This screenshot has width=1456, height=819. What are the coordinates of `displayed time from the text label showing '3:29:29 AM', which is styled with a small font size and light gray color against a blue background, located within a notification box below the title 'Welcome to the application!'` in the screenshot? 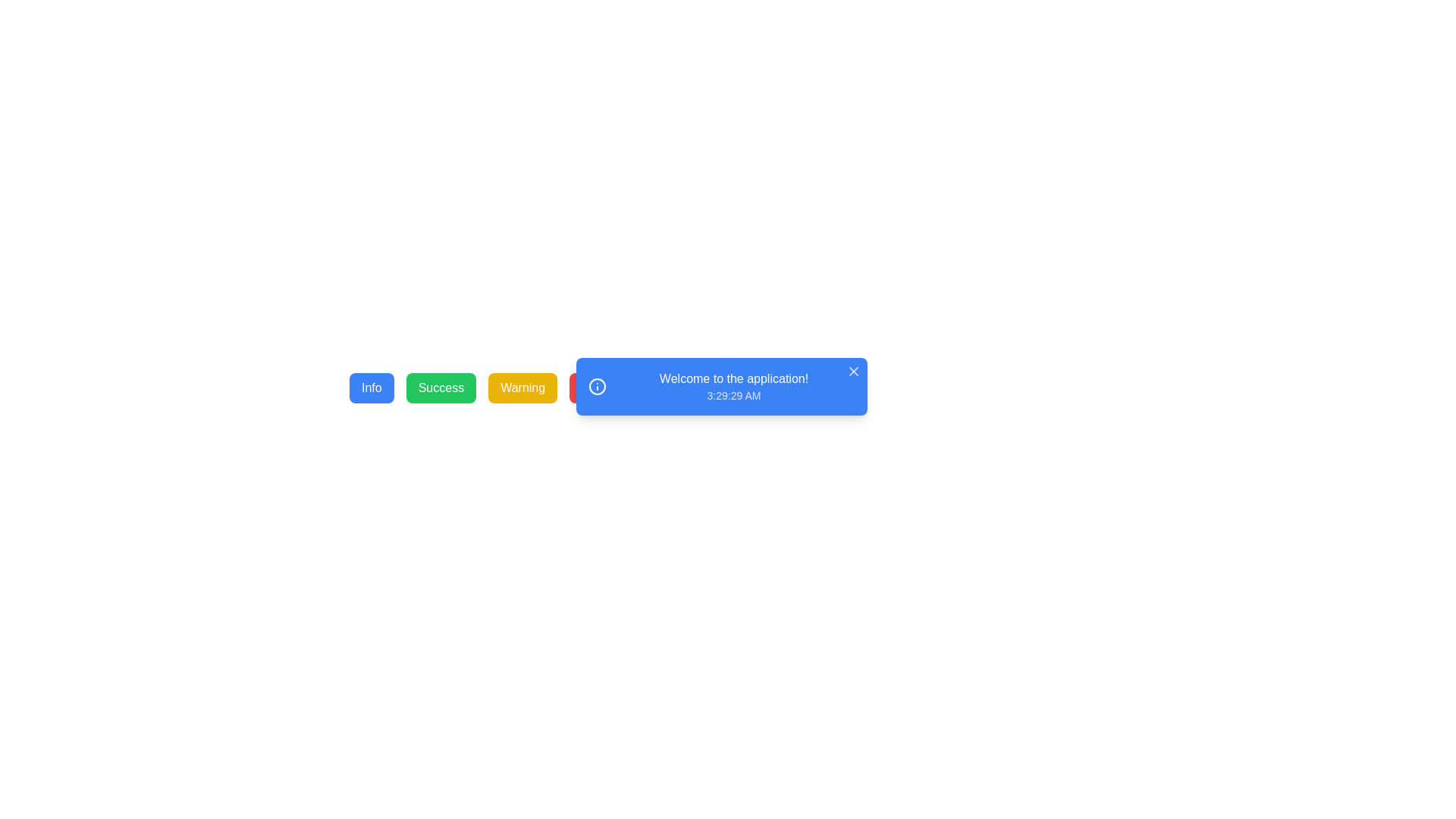 It's located at (734, 394).